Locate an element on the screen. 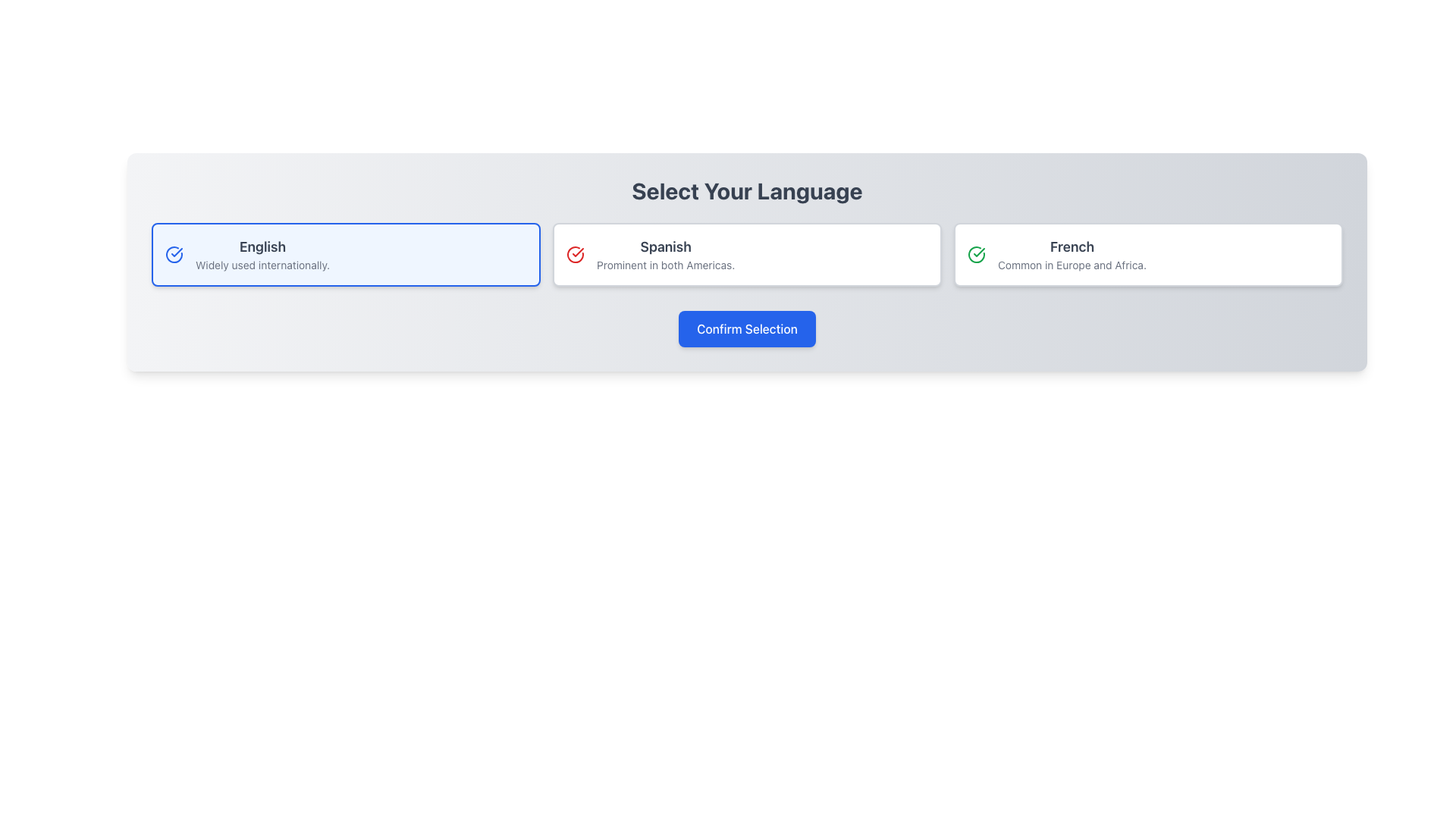 This screenshot has height=819, width=1456. text label that serves as the heading for the language selection section, positioned at the top and centered above the language options is located at coordinates (747, 190).